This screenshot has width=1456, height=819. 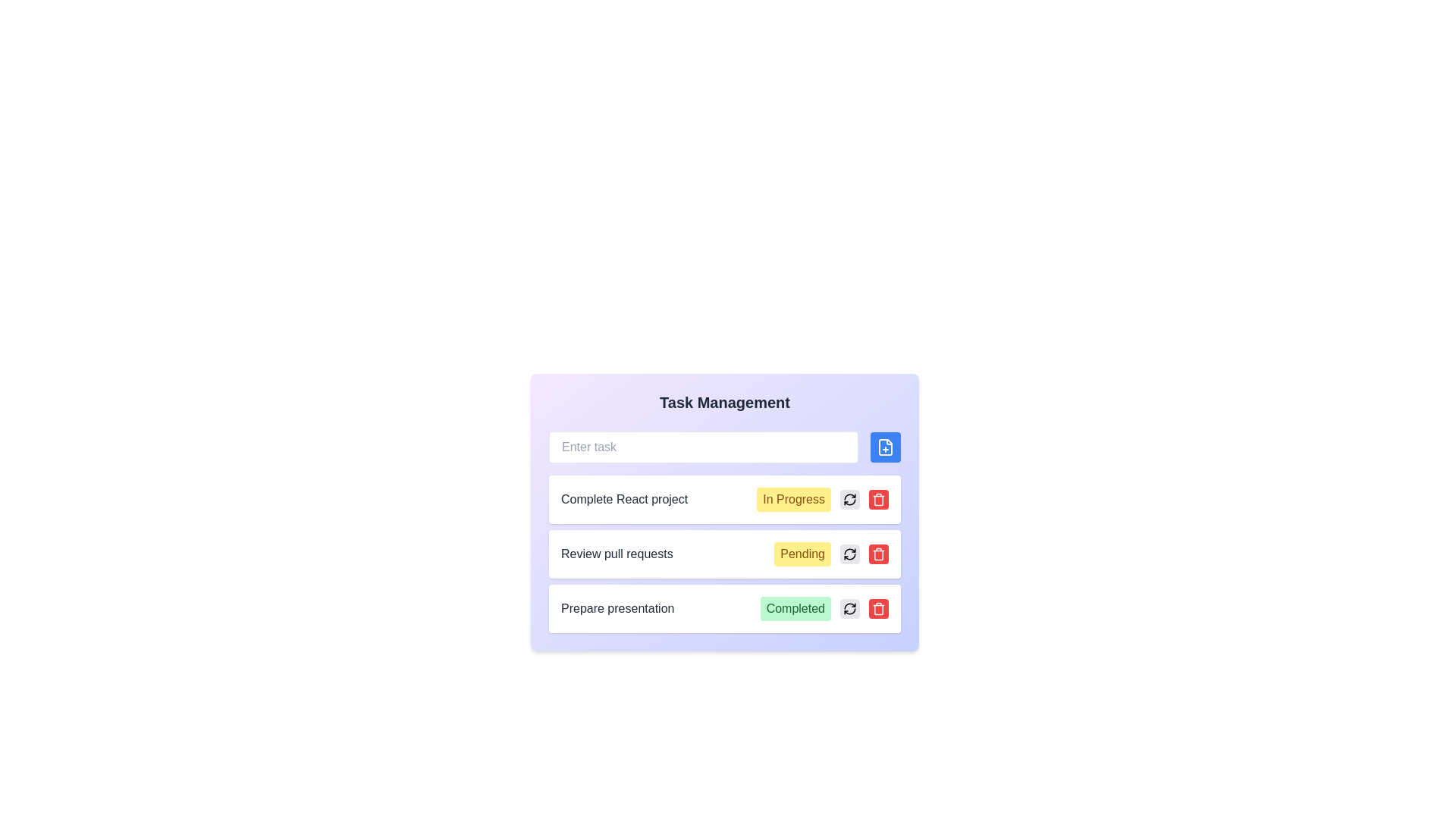 I want to click on the text label displaying 'Review pull requests', which is the leftmost text line in the second task row of the task management interface, so click(x=617, y=554).